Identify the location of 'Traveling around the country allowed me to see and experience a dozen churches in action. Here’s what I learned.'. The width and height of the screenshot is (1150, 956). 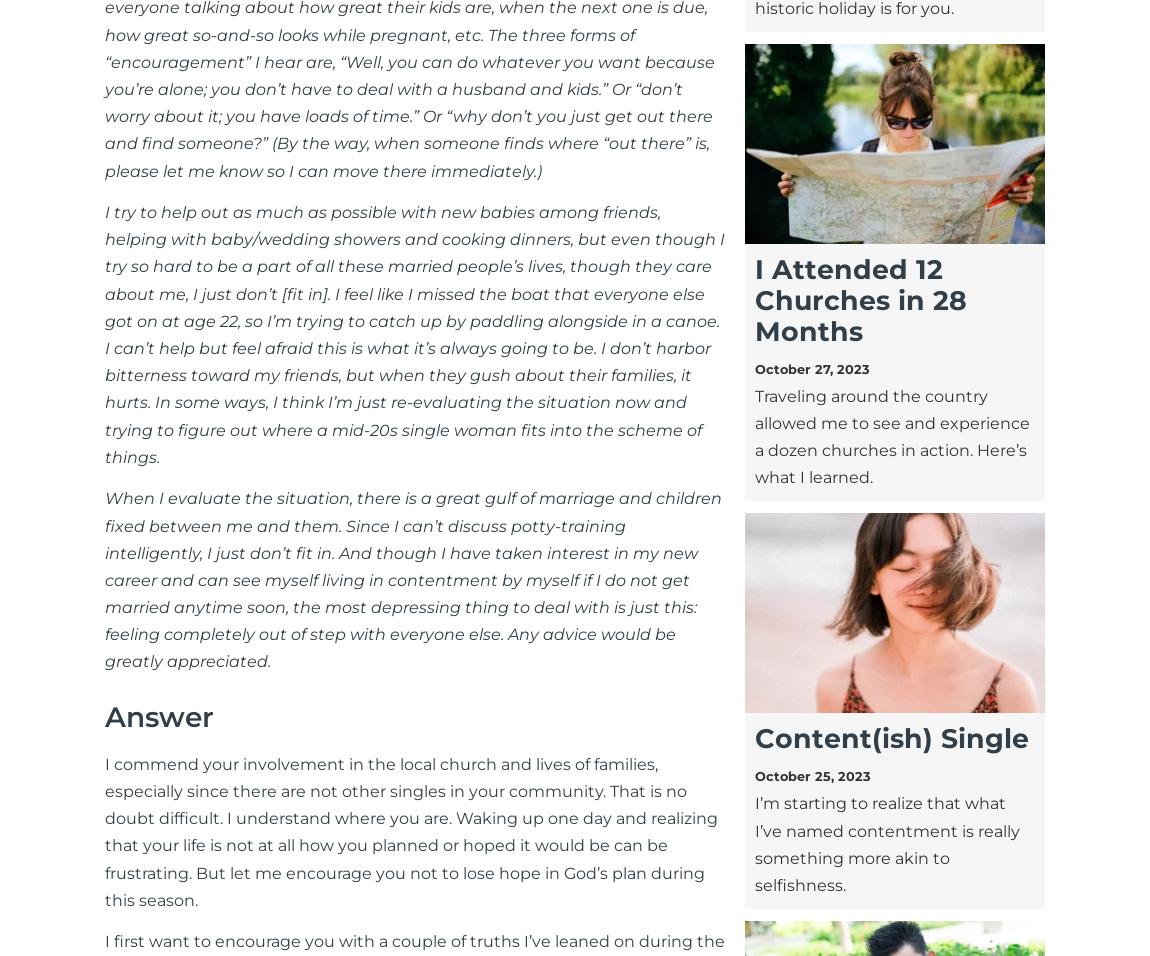
(891, 436).